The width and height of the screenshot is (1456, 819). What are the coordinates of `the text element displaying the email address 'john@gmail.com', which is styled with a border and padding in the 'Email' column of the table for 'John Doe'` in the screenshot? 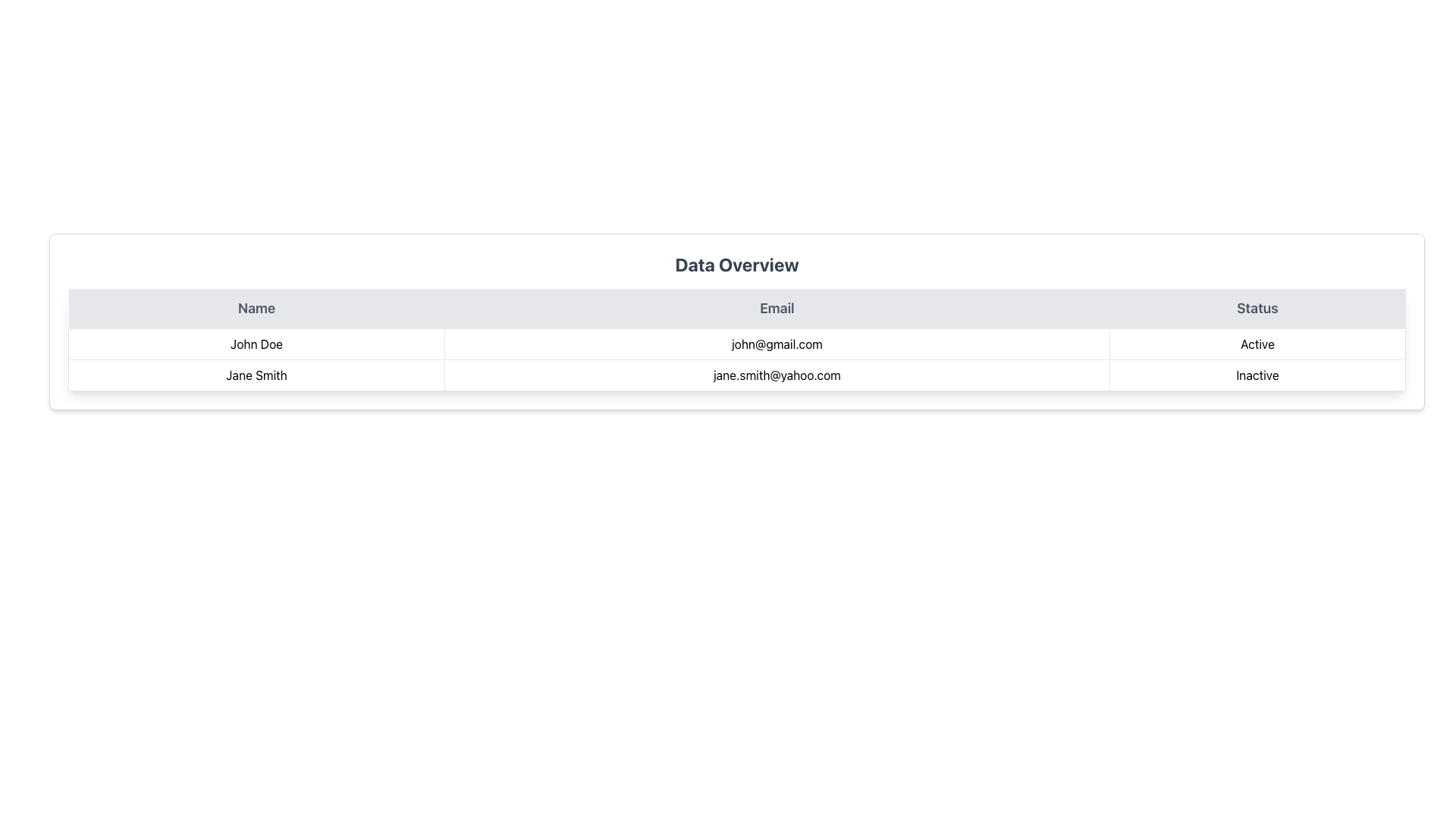 It's located at (777, 344).